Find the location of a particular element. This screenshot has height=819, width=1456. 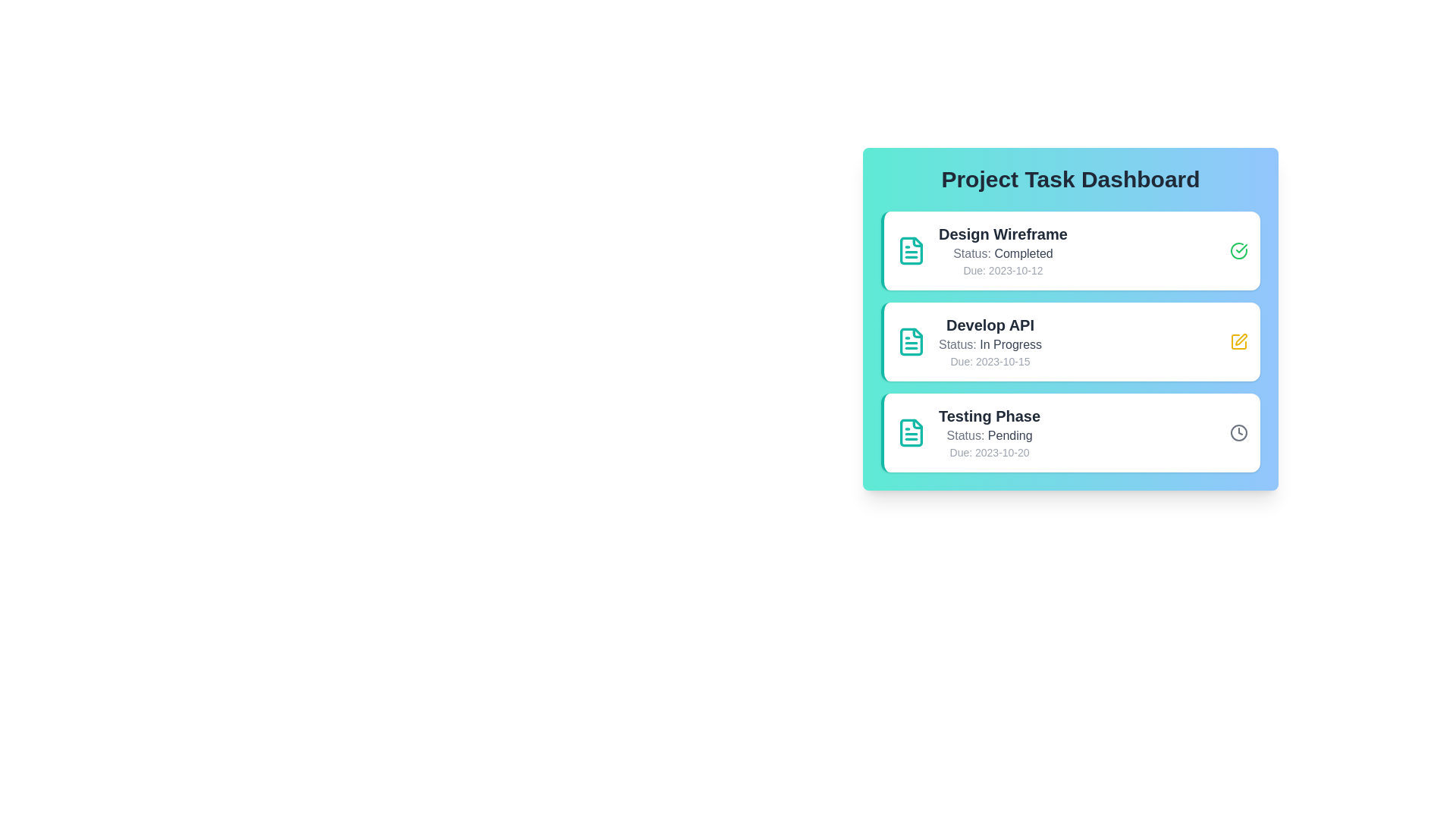

the status icon for the task with status Pending is located at coordinates (1238, 432).